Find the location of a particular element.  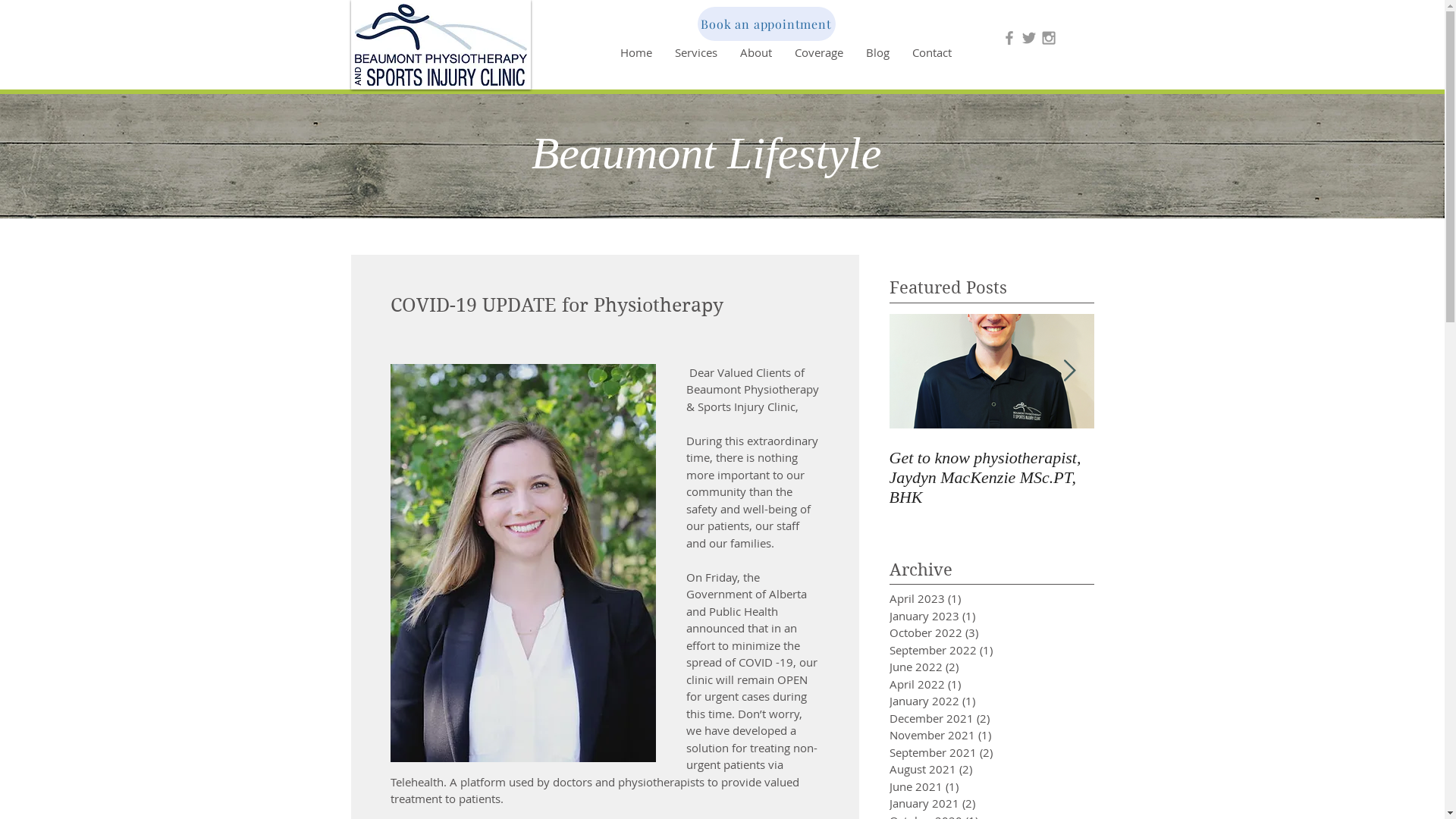

'Coverage' is located at coordinates (817, 52).